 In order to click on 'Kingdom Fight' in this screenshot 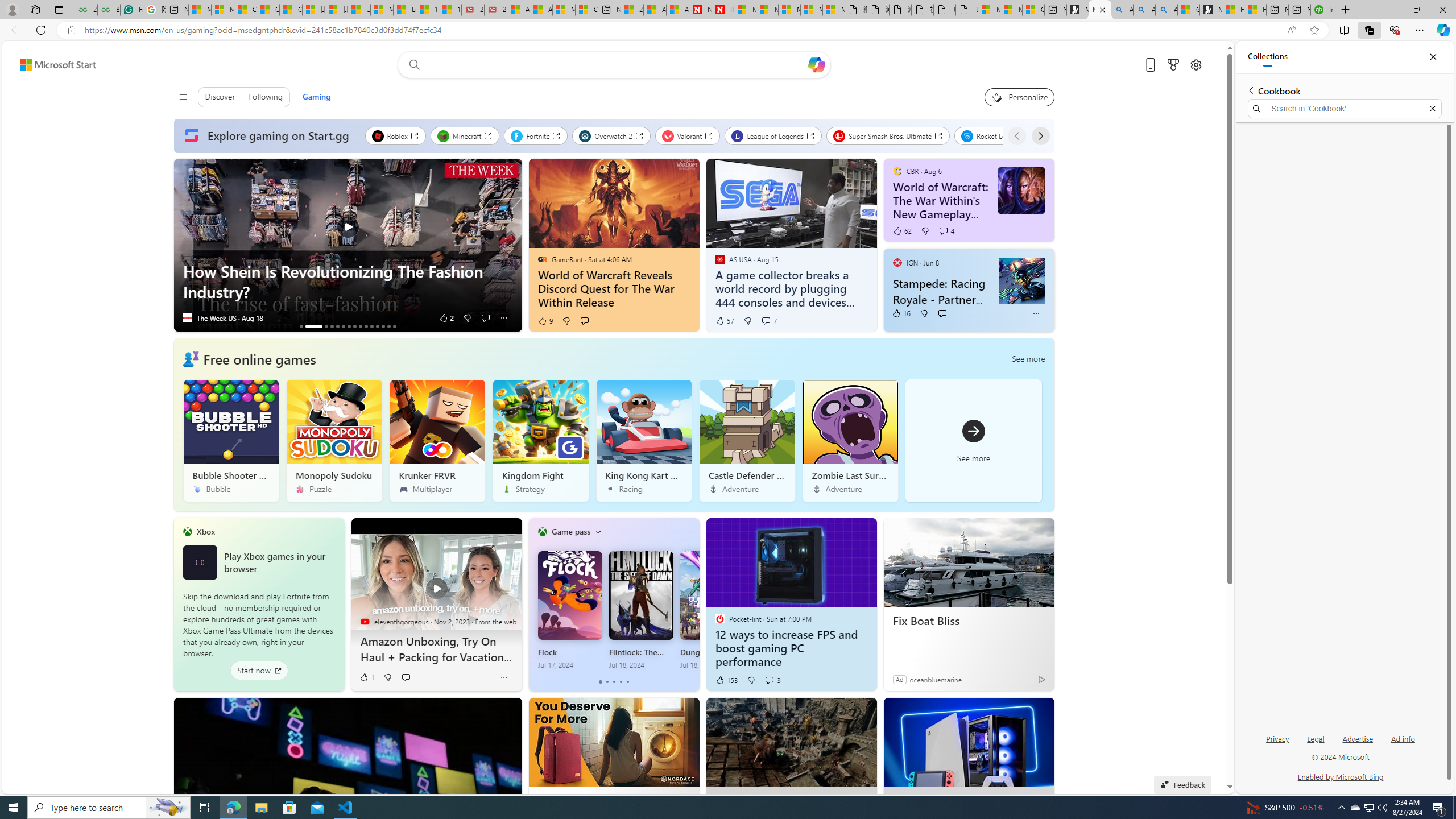, I will do `click(540, 440)`.